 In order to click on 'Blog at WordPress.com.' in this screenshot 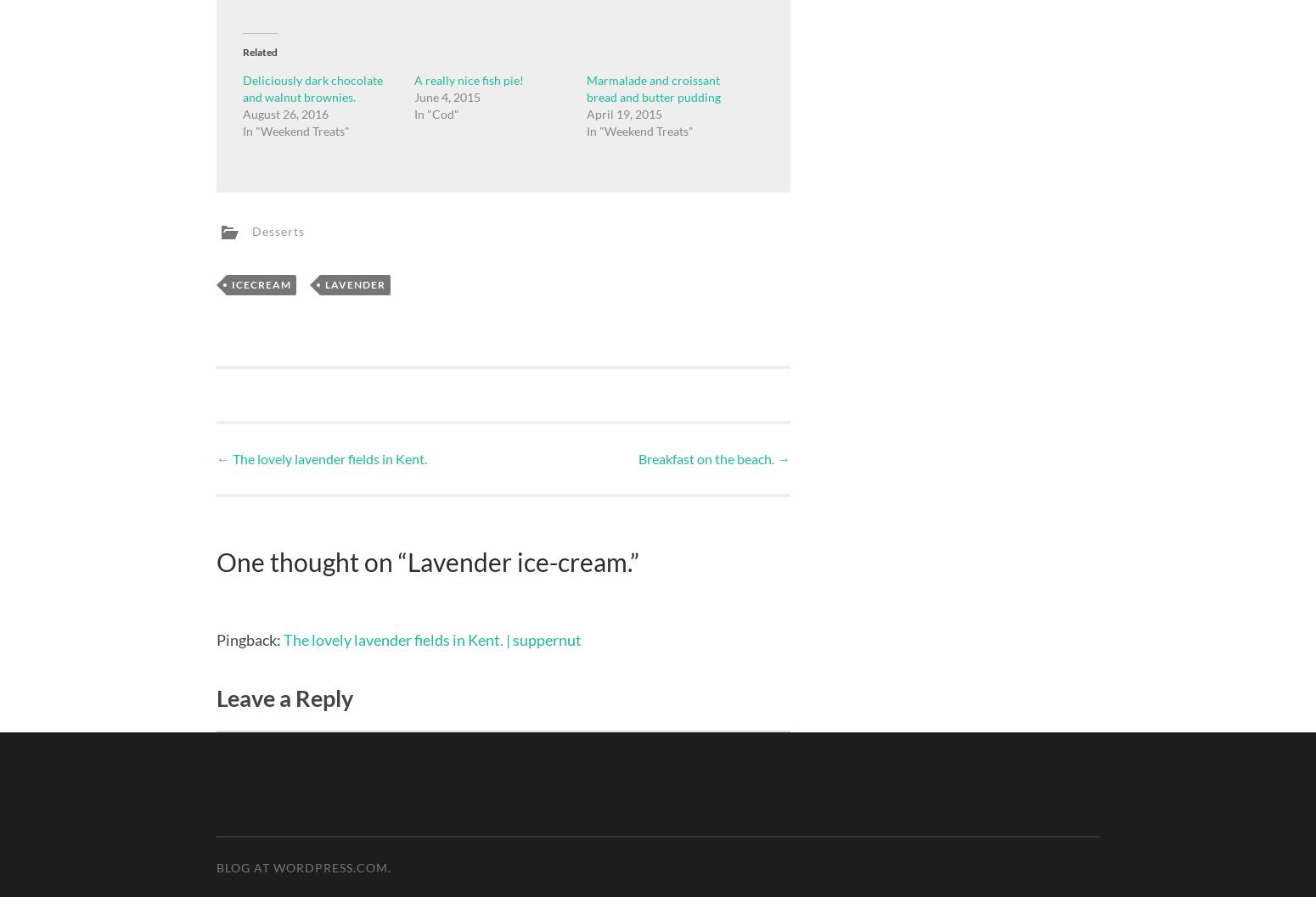, I will do `click(303, 866)`.